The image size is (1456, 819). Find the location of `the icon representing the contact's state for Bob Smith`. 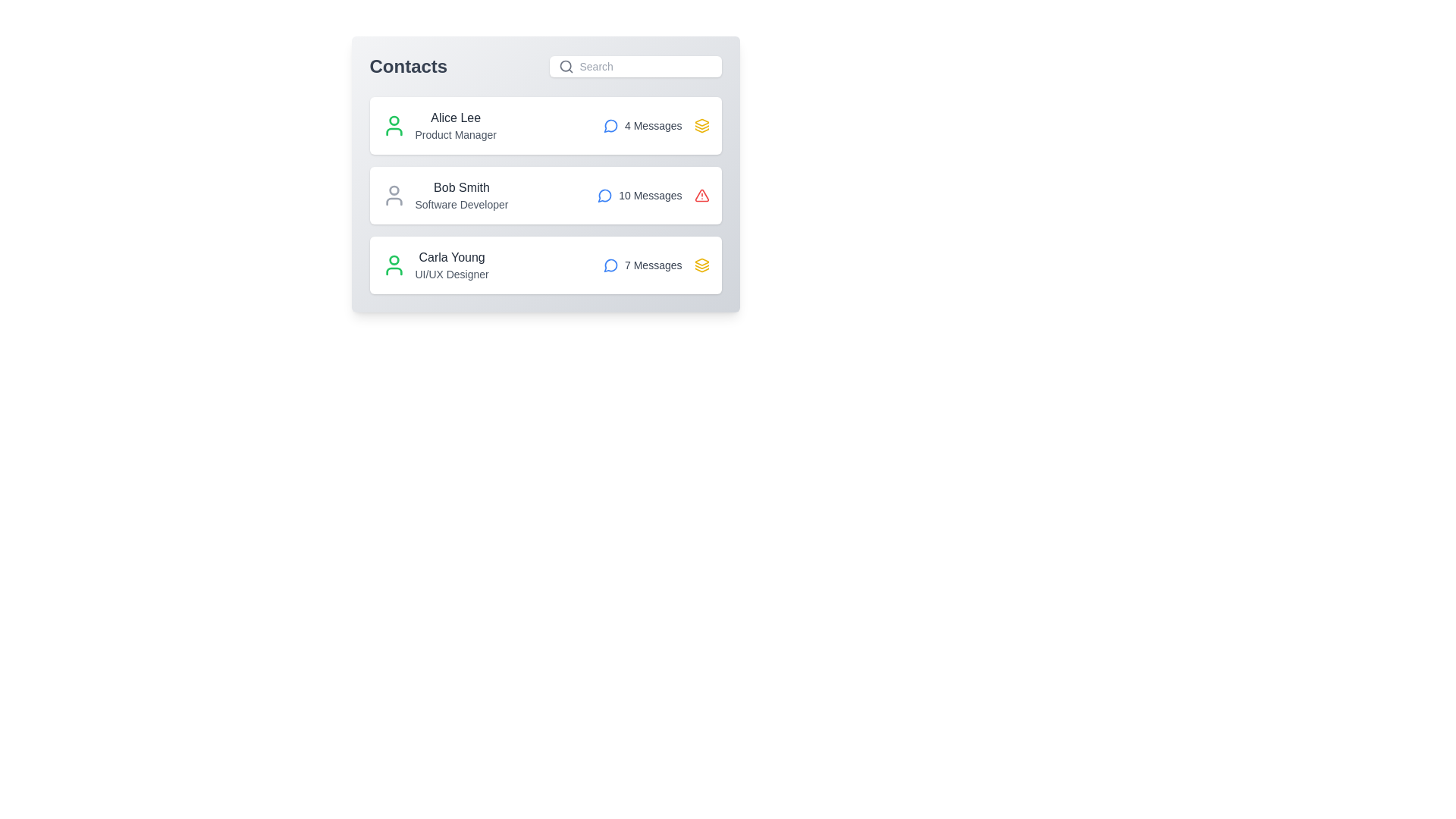

the icon representing the contact's state for Bob Smith is located at coordinates (701, 195).